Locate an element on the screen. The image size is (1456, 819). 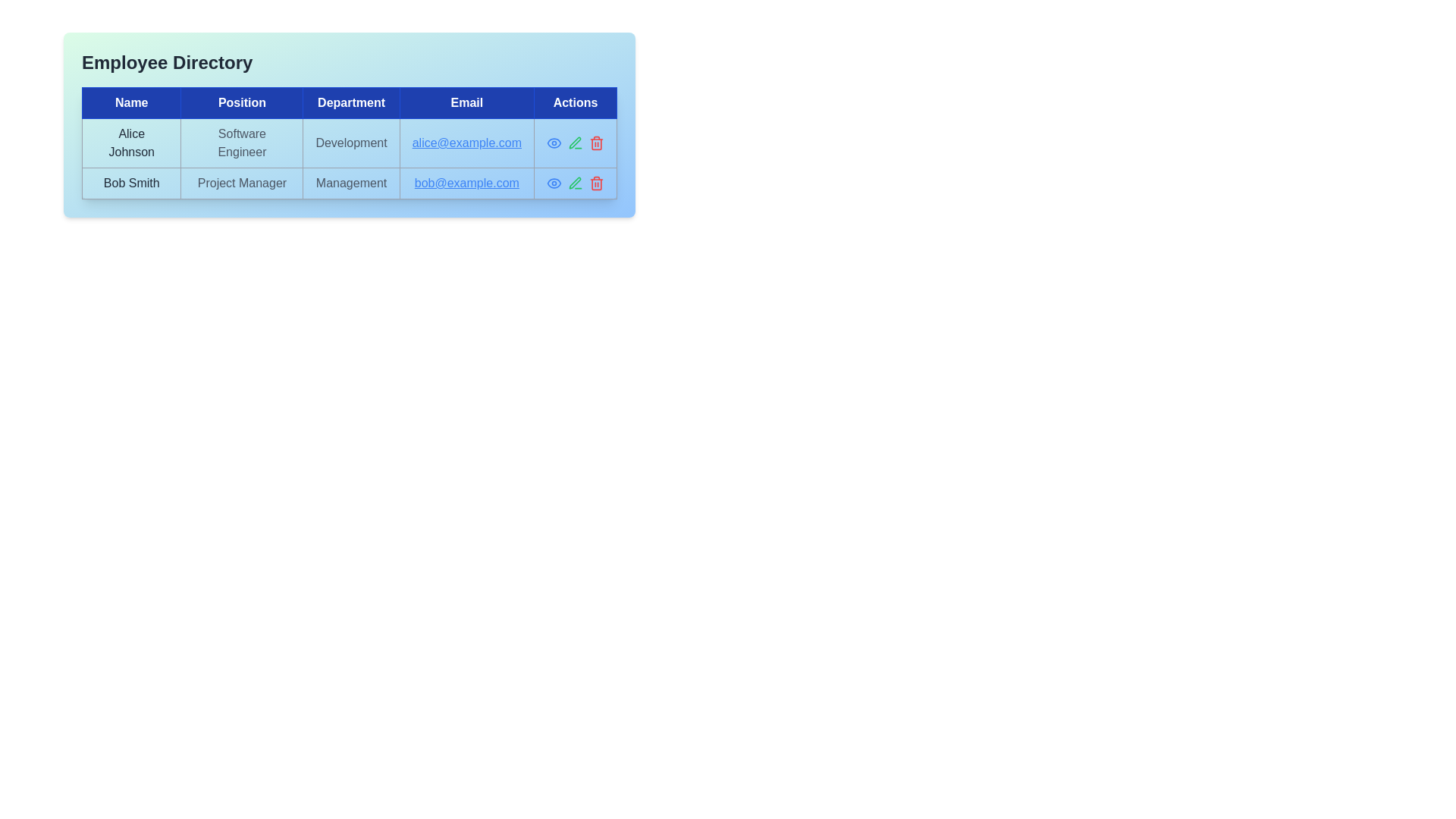
the bold, large-sized text label reading 'Employee Directory' in dark gray font, prominently displayed at the top-left of the interface is located at coordinates (167, 62).